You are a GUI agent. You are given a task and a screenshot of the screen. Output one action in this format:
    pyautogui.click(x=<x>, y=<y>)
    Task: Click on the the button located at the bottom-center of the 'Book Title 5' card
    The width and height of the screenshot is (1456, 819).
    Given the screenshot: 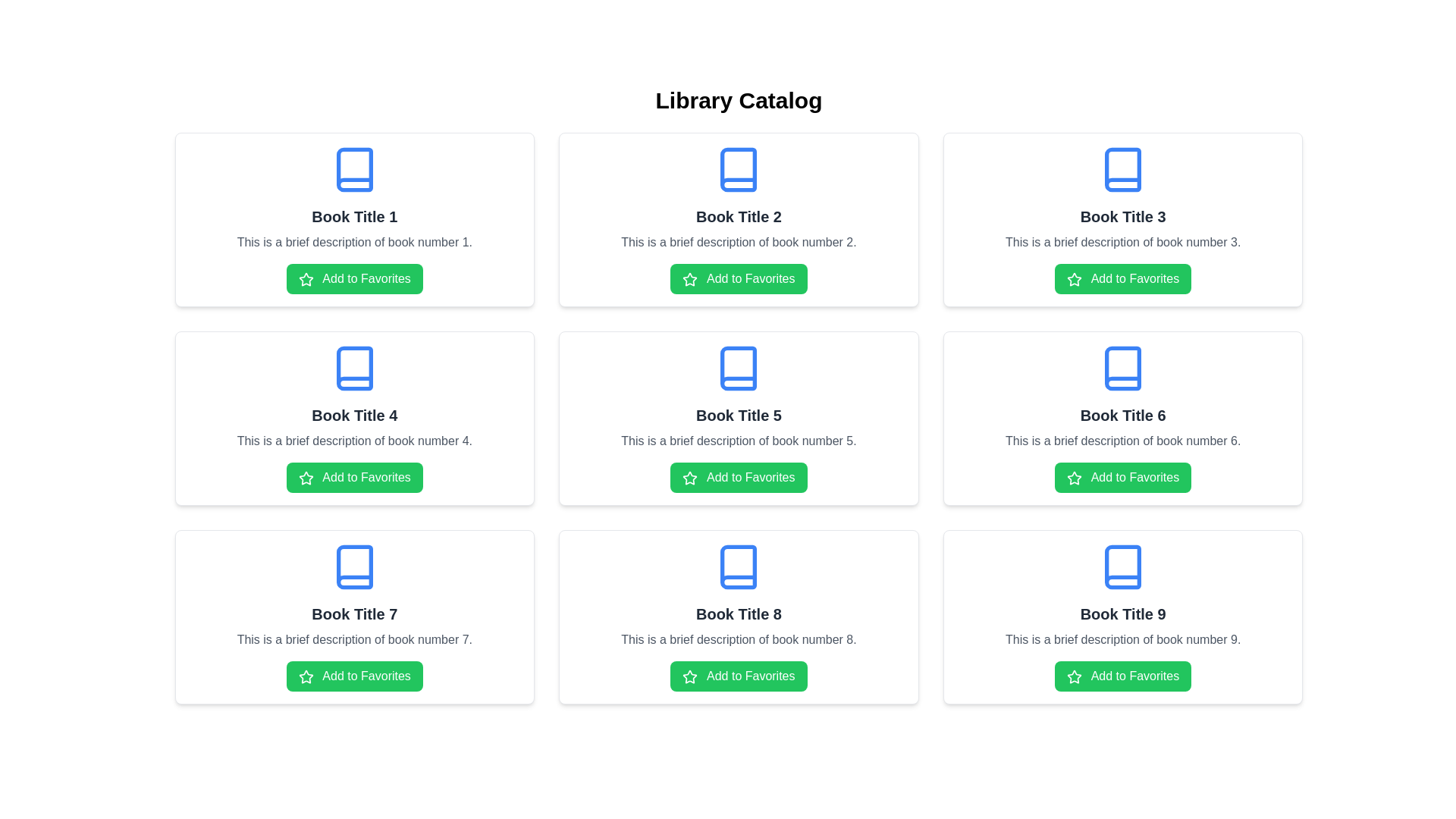 What is the action you would take?
    pyautogui.click(x=739, y=476)
    